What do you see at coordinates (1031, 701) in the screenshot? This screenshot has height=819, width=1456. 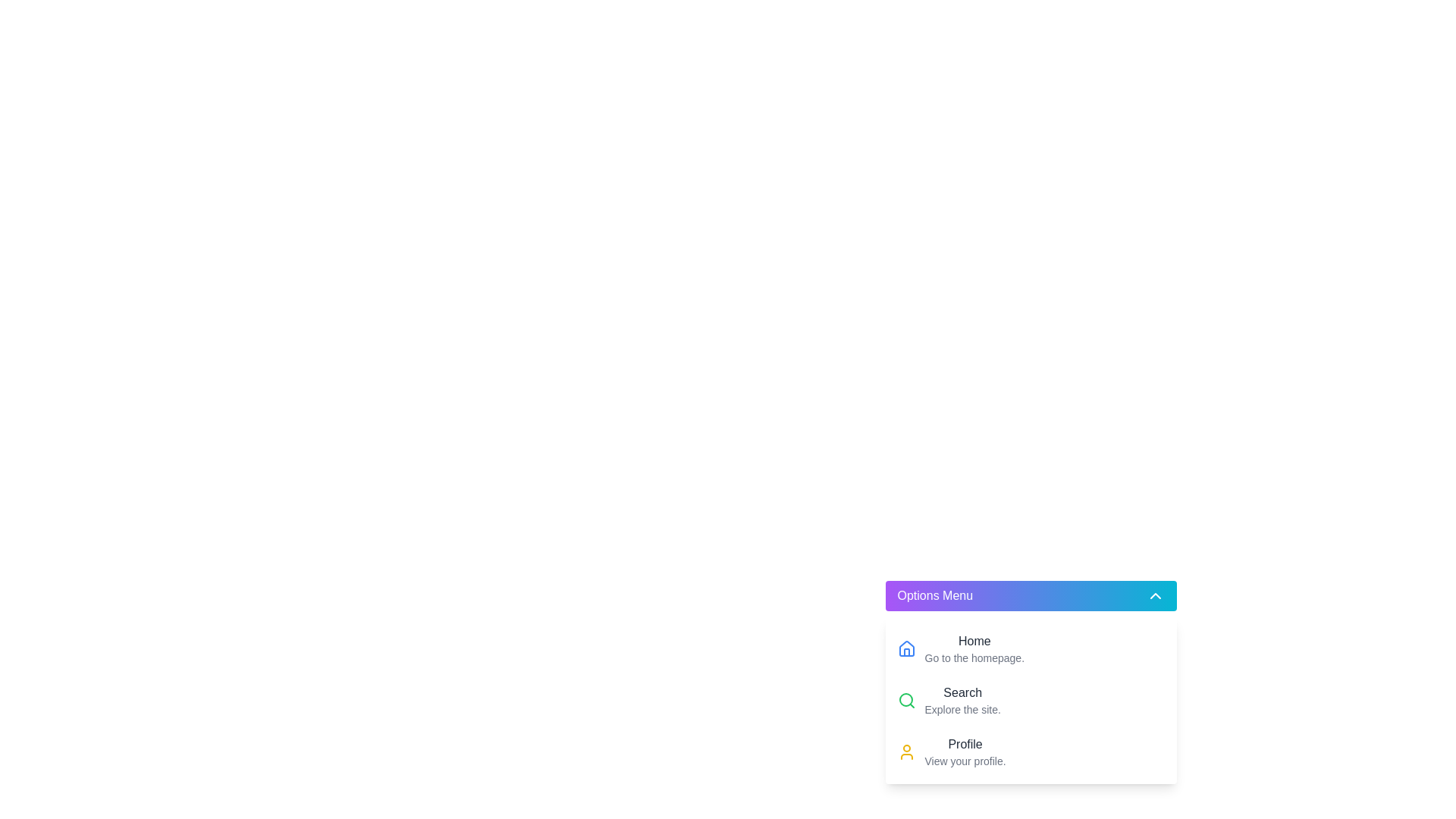 I see `the second option in the 'Options Menu' dropdown, which has a white background, rounded corners, and is positioned between 'Home' and 'Profile'` at bounding box center [1031, 701].